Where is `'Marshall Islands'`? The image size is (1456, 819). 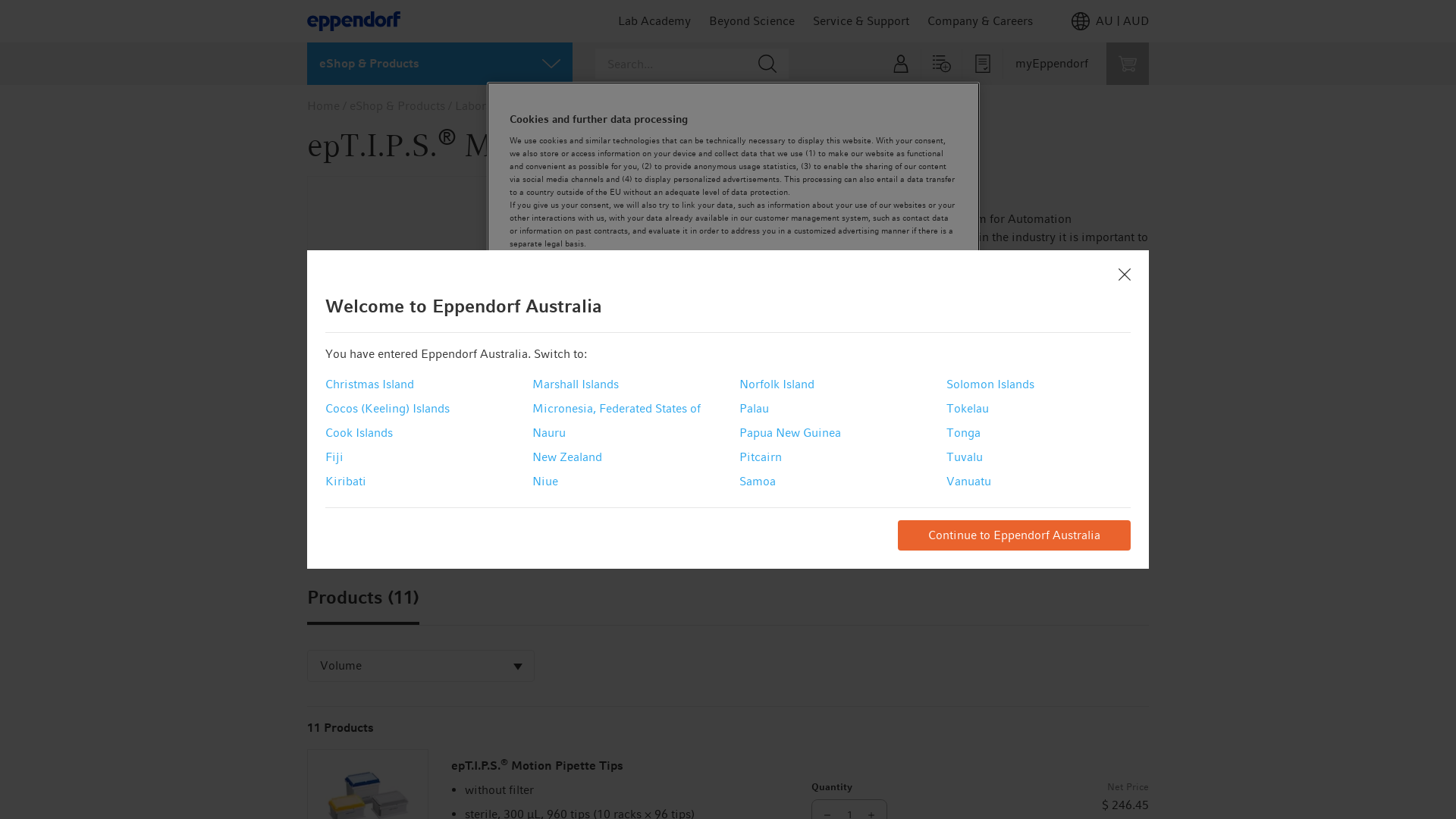 'Marshall Islands' is located at coordinates (574, 383).